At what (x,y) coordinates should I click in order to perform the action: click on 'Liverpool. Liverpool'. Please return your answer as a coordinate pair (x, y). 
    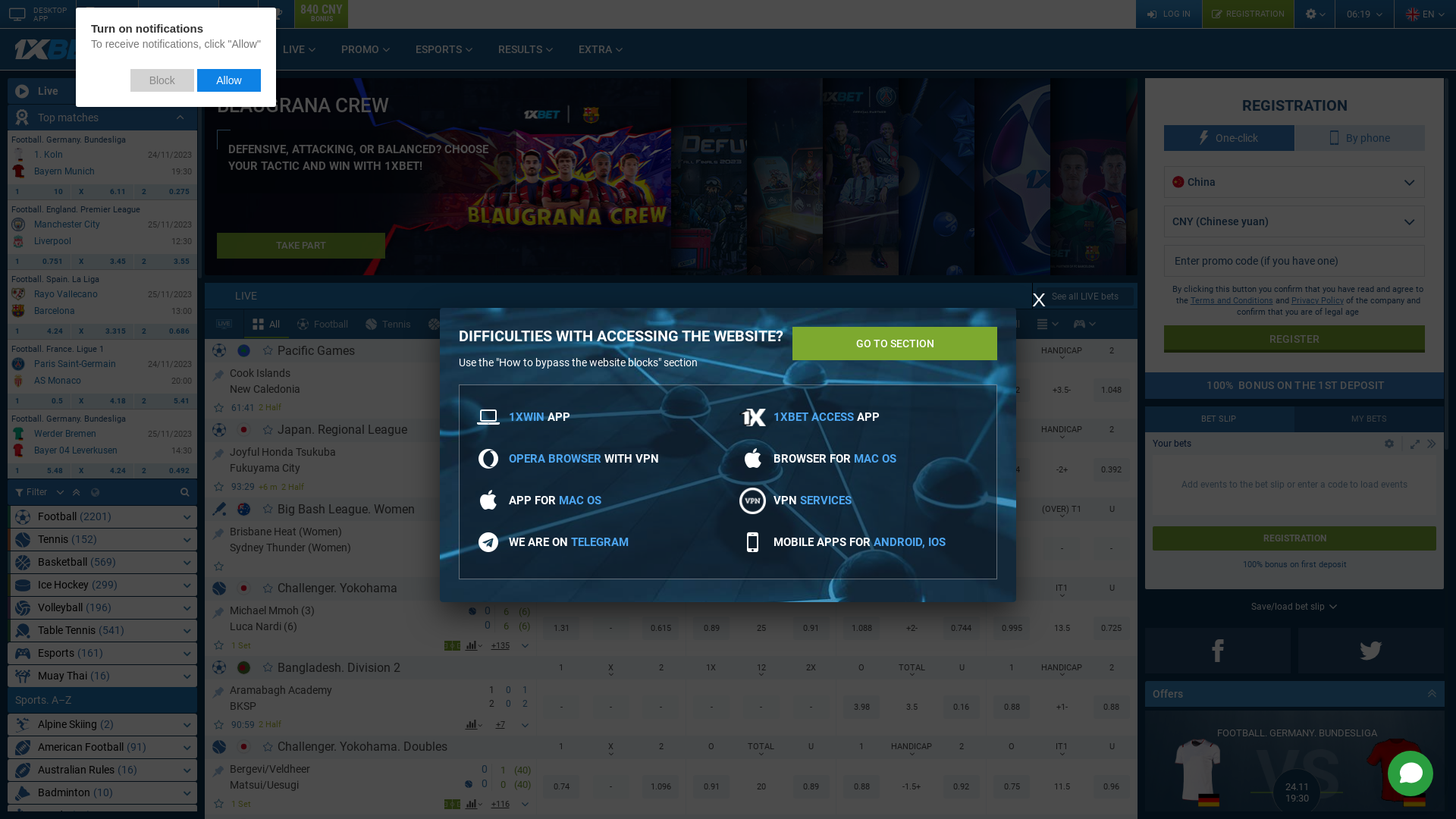
    Looking at the image, I should click on (18, 240).